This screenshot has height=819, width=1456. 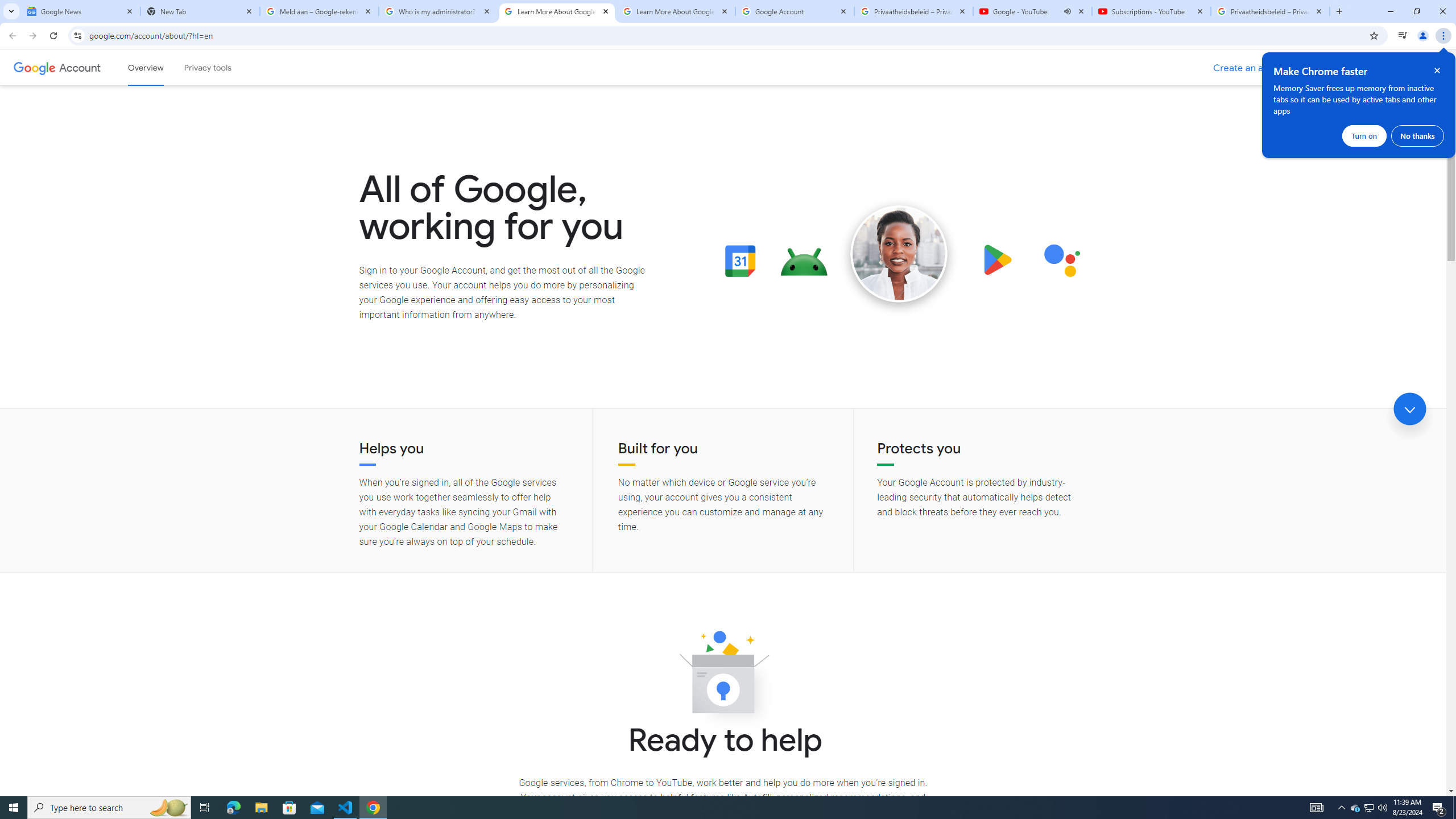 What do you see at coordinates (206, 67) in the screenshot?
I see `'Privacy tools'` at bounding box center [206, 67].